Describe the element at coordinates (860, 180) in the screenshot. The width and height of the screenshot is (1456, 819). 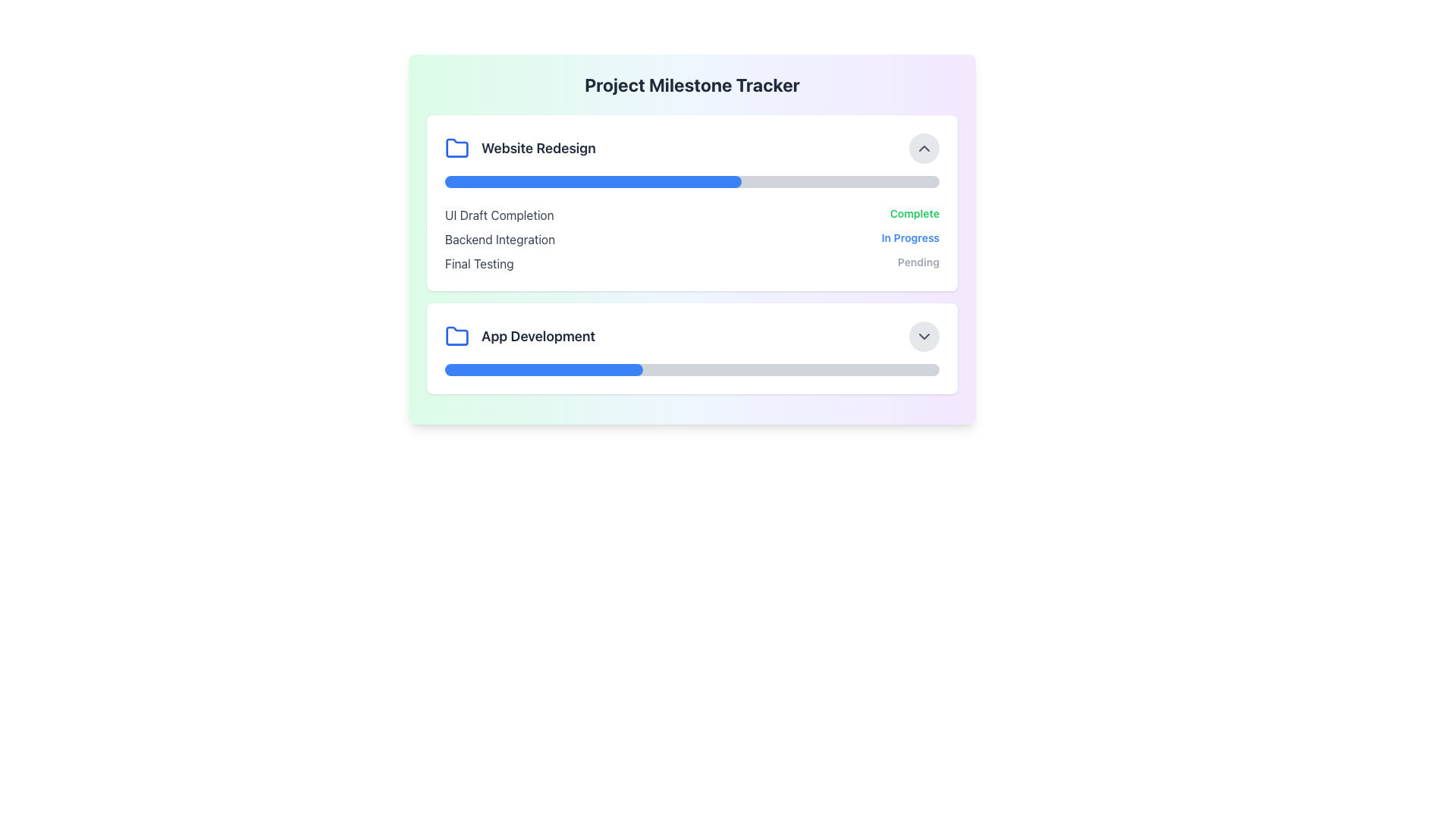
I see `the progress bar` at that location.